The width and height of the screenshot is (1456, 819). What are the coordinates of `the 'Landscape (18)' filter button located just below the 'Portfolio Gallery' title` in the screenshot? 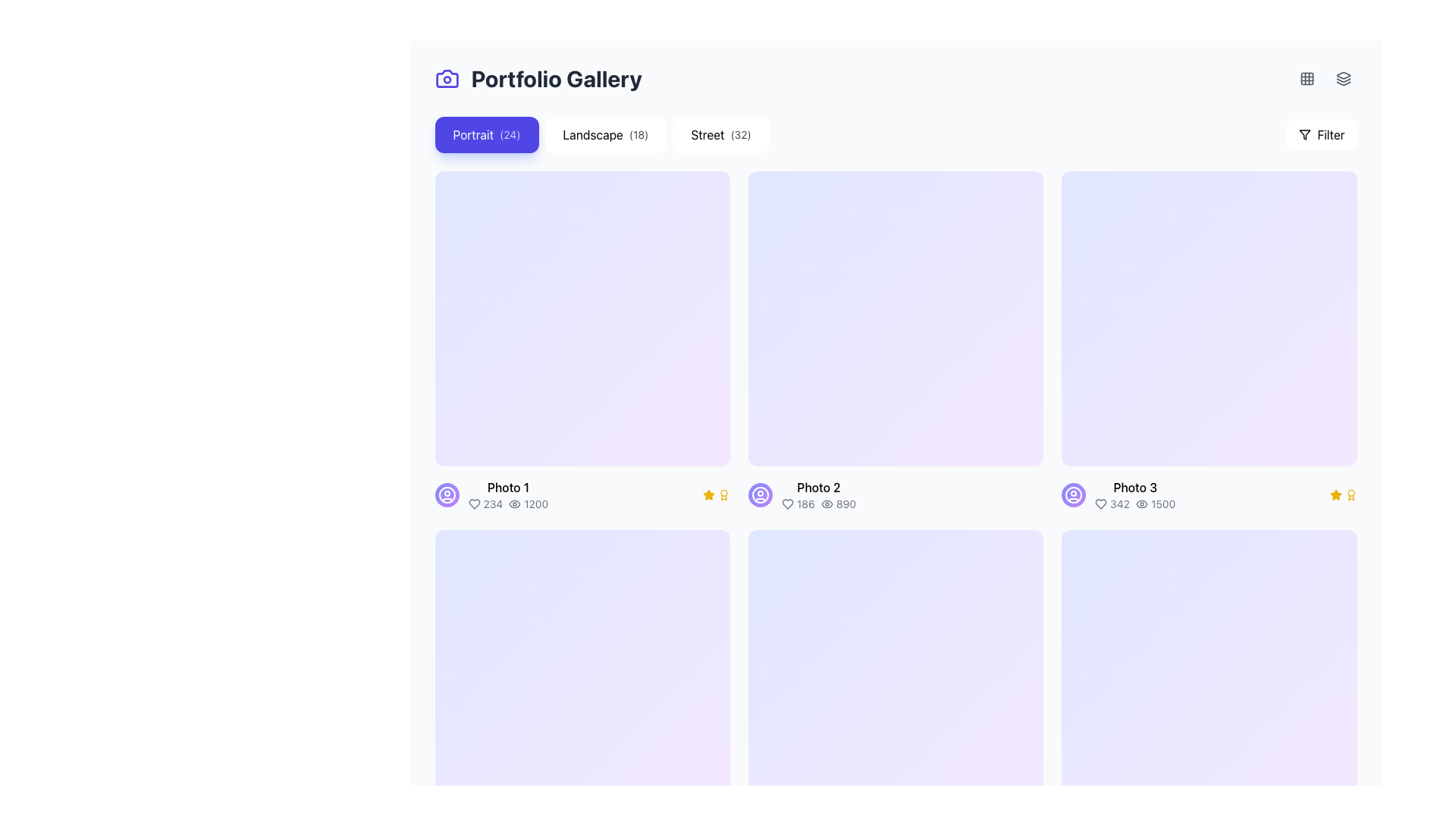 It's located at (601, 133).